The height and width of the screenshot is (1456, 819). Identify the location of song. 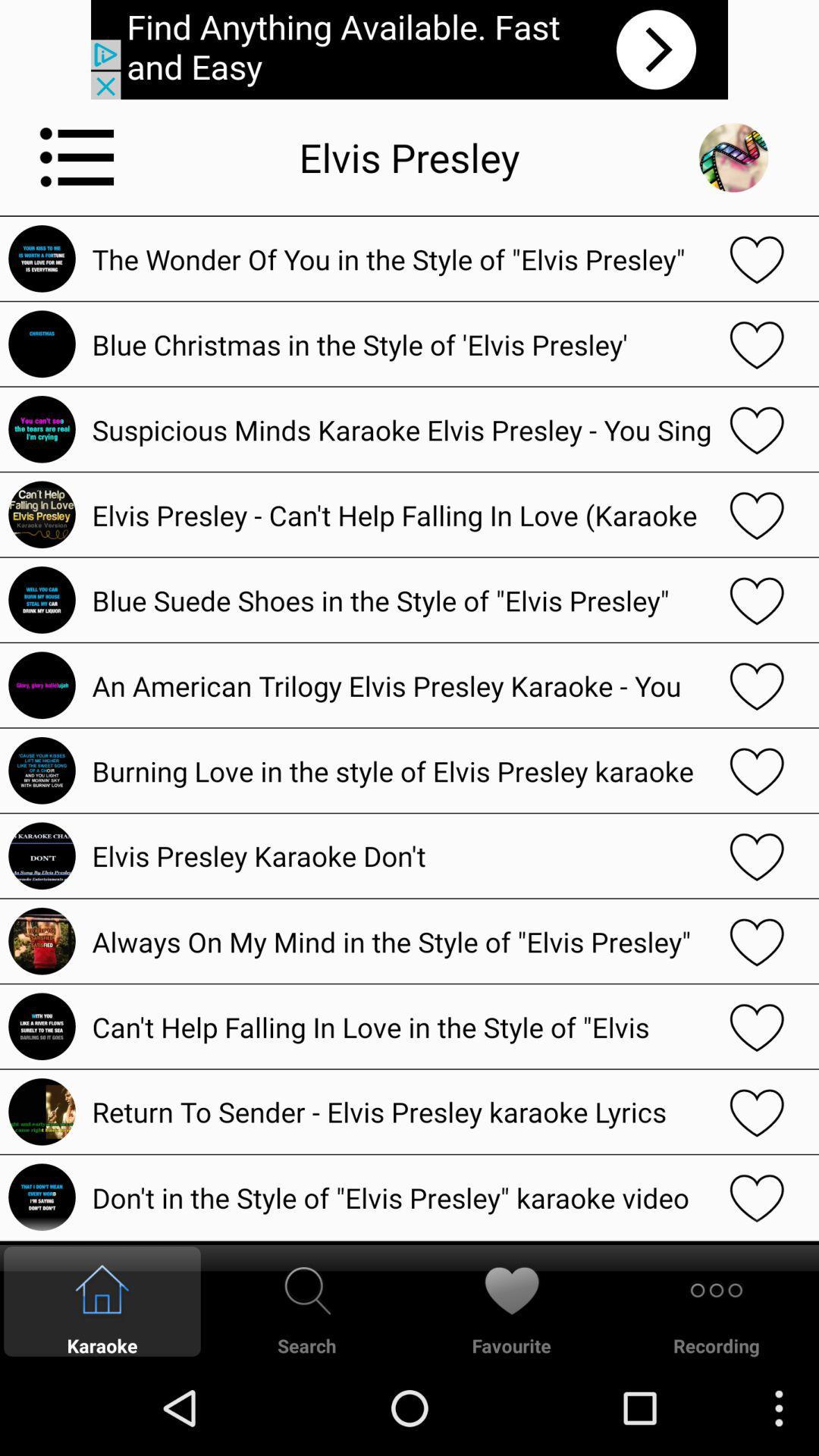
(757, 684).